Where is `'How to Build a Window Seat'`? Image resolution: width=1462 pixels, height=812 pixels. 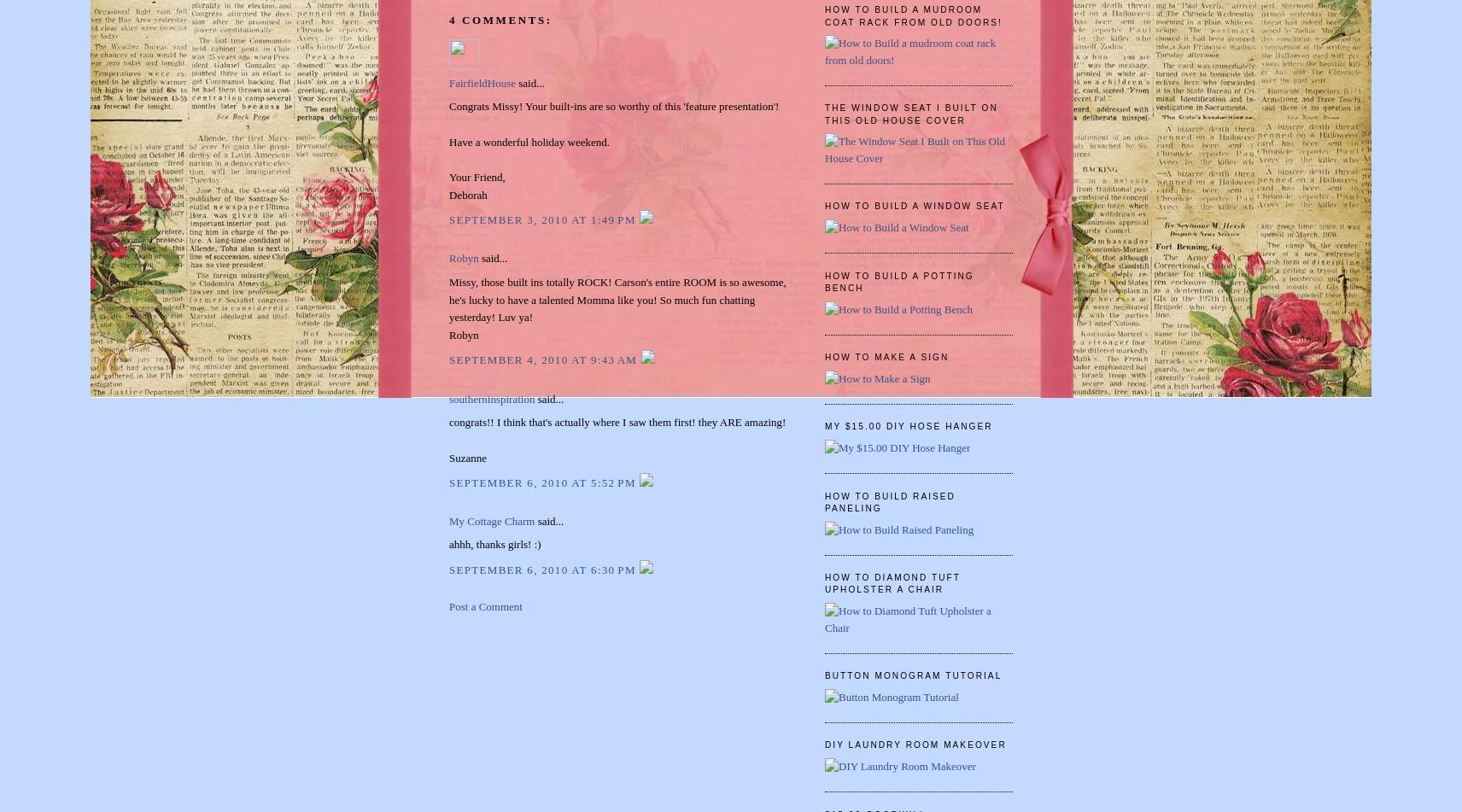
'How to Build a Window Seat' is located at coordinates (915, 206).